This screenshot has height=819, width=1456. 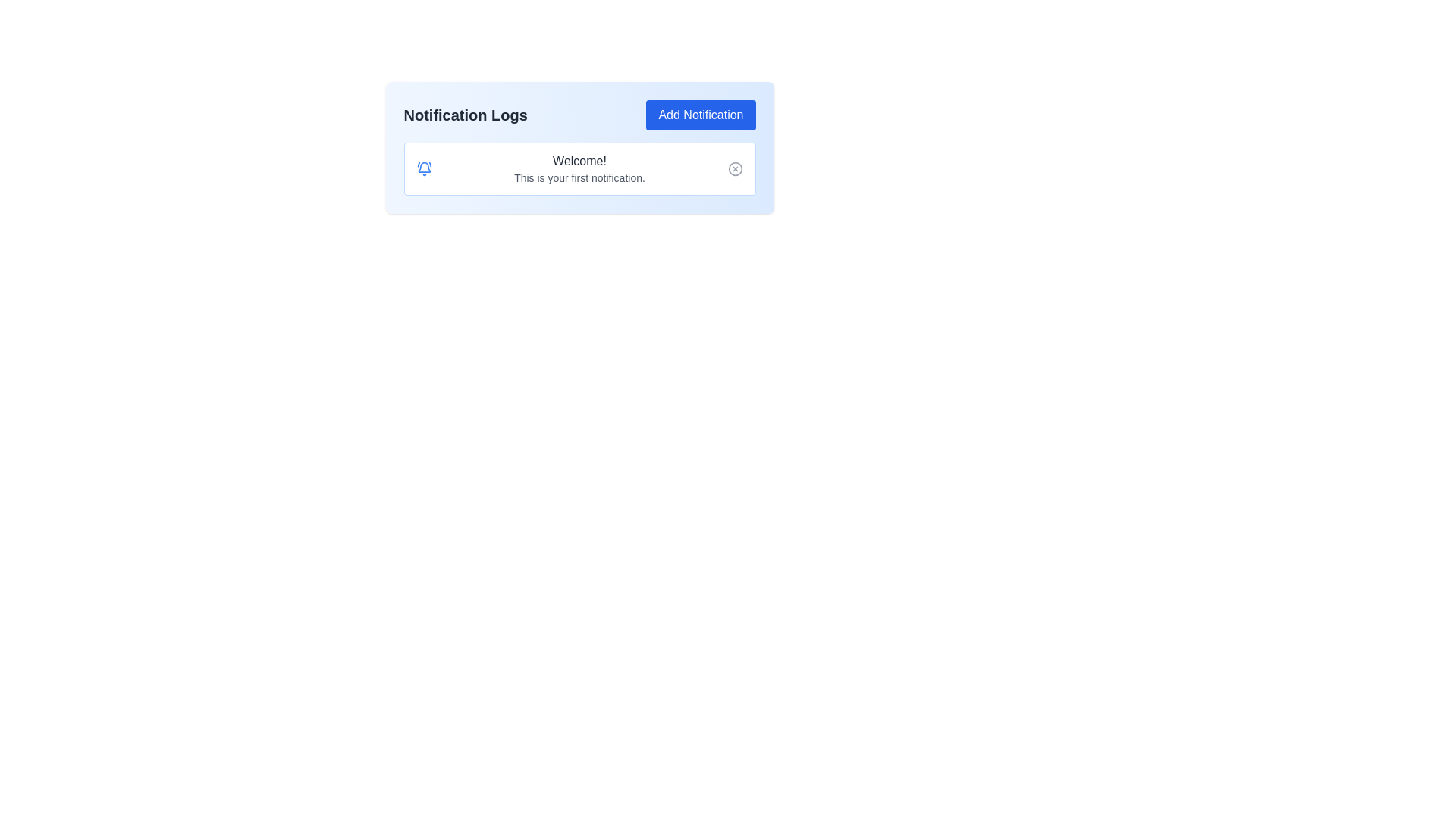 What do you see at coordinates (735, 169) in the screenshot?
I see `the circular element of the red 'X' icon next to the notification text 'Welcome! This is your first notification.'` at bounding box center [735, 169].